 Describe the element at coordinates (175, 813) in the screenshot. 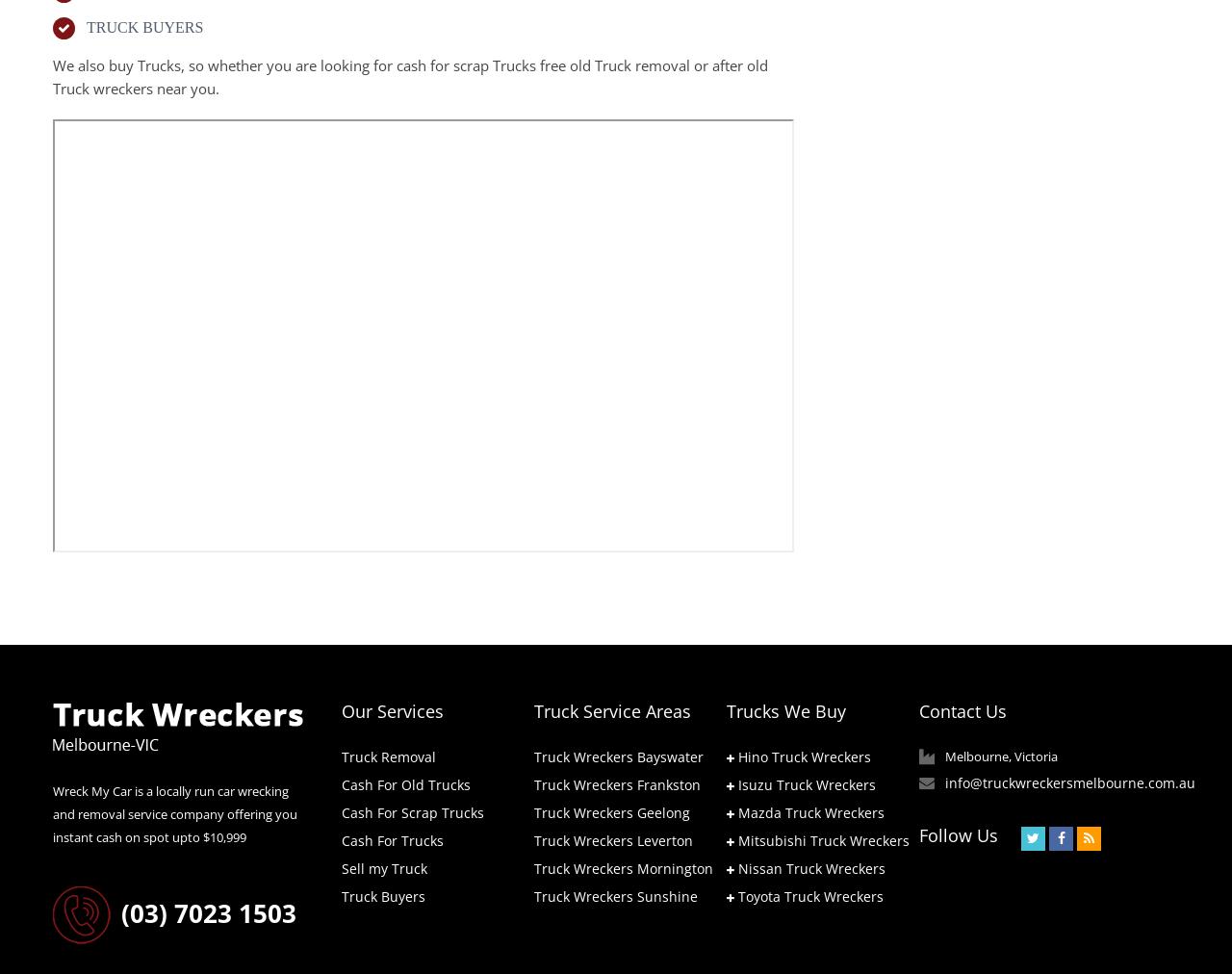

I see `'Wreck My Car is a locally run car wrecking and removal service company offering you instant cash on spot upto $10,999'` at that location.